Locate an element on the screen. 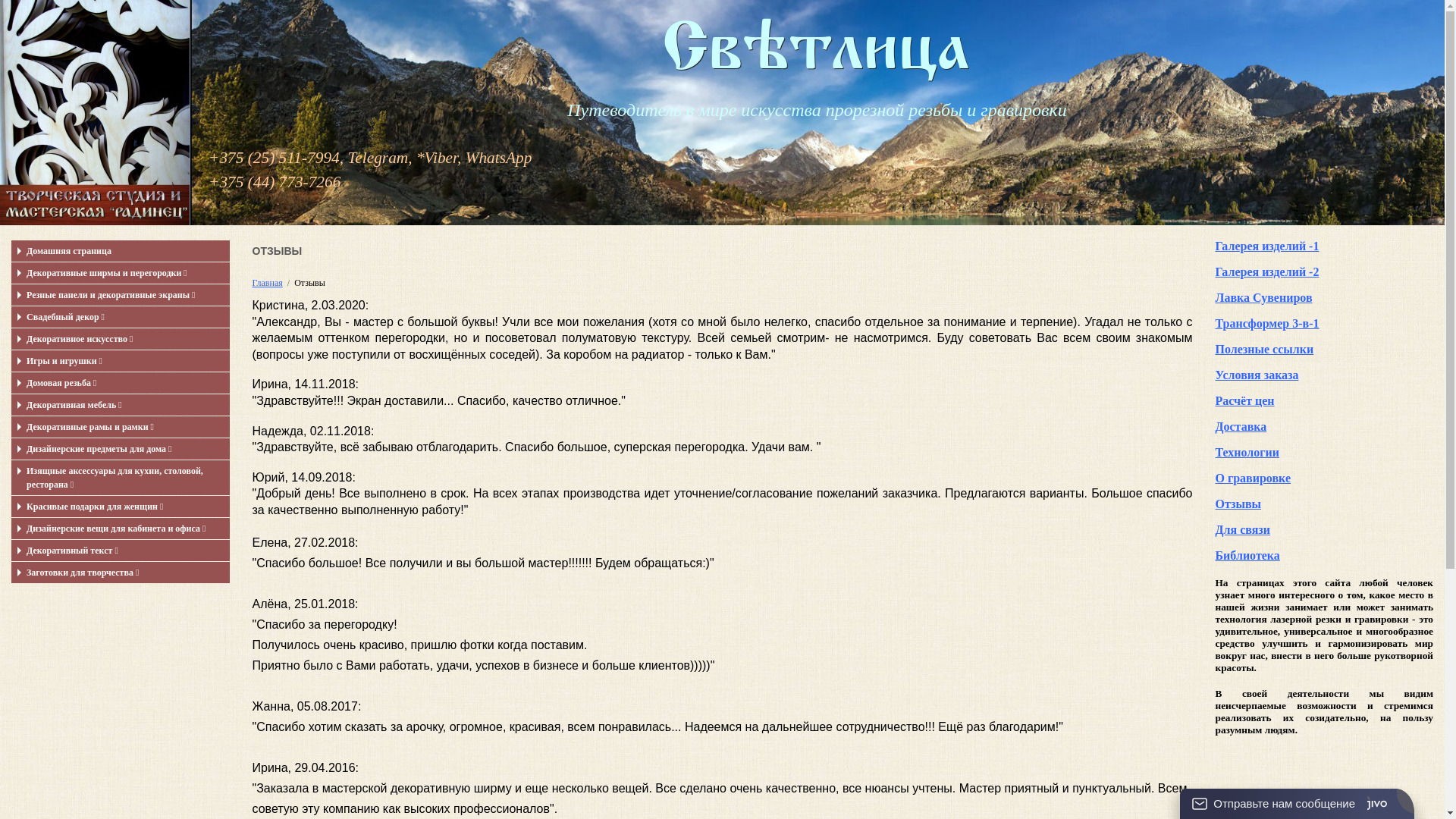 This screenshot has height=819, width=1456. '+375 (25) 511-7994, Telegram,' is located at coordinates (309, 158).